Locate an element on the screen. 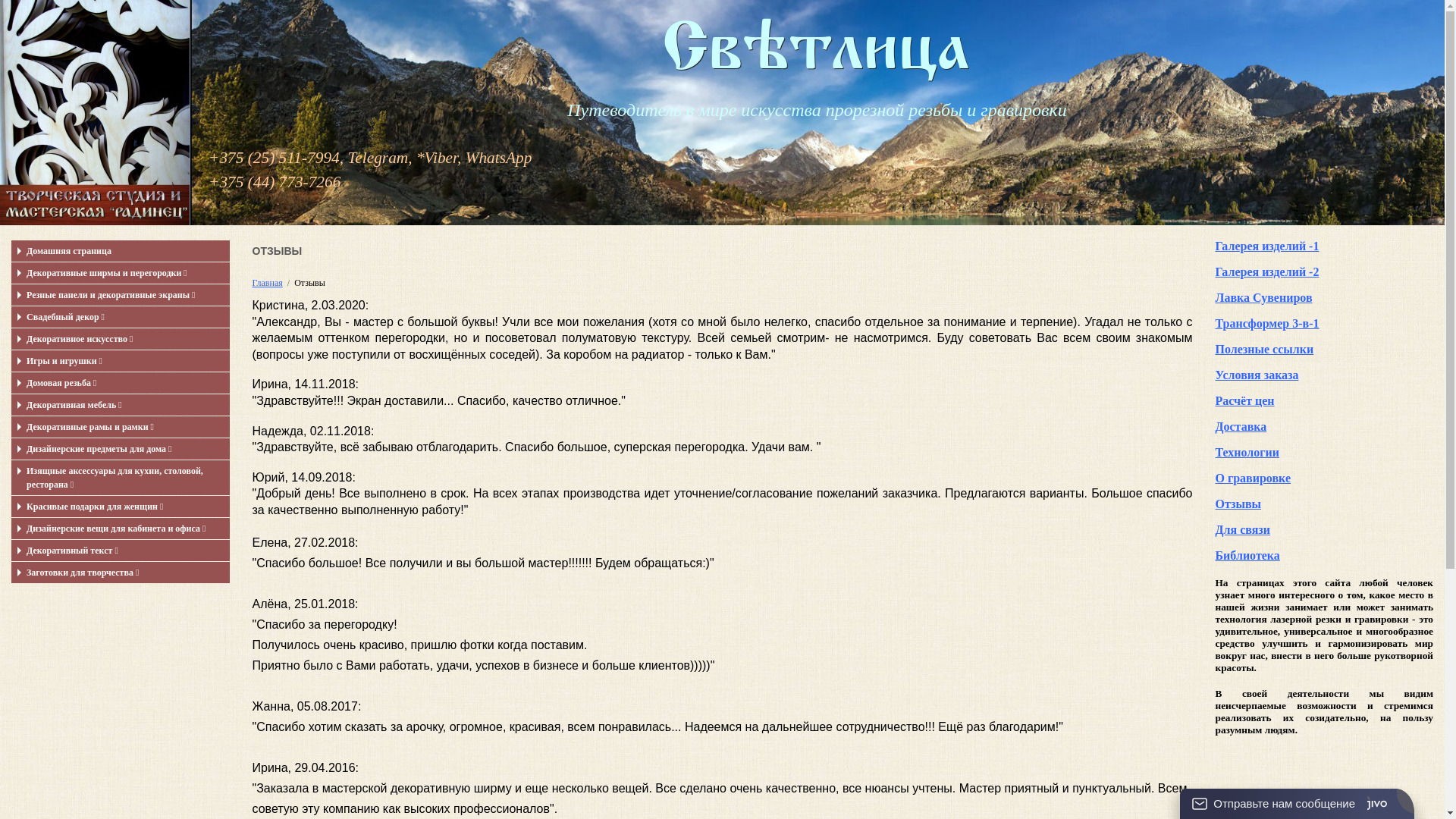 This screenshot has height=819, width=1456. '+375 (25) 511-7994, Telegram,' is located at coordinates (309, 158).